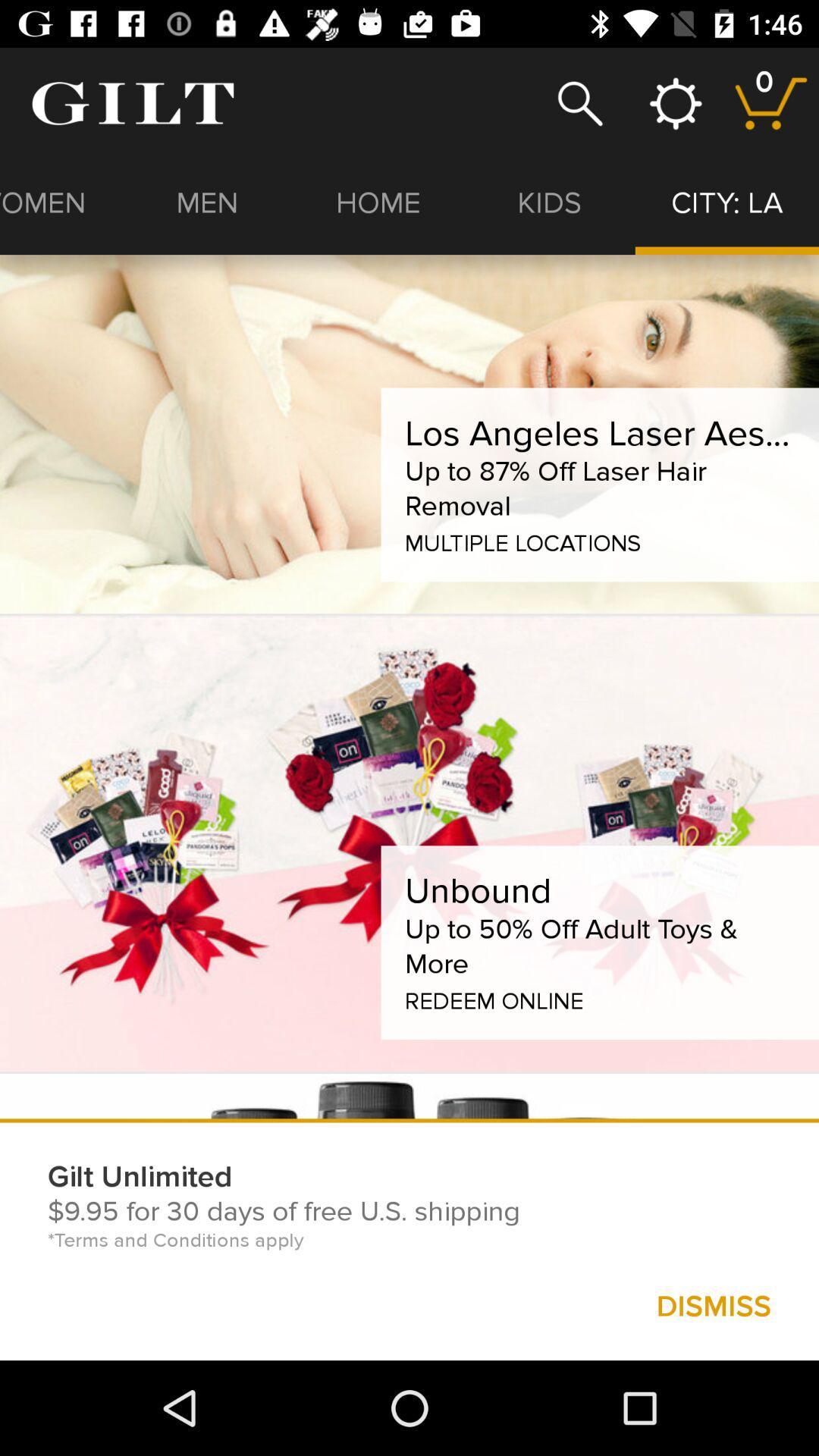  Describe the element at coordinates (771, 102) in the screenshot. I see `cart` at that location.